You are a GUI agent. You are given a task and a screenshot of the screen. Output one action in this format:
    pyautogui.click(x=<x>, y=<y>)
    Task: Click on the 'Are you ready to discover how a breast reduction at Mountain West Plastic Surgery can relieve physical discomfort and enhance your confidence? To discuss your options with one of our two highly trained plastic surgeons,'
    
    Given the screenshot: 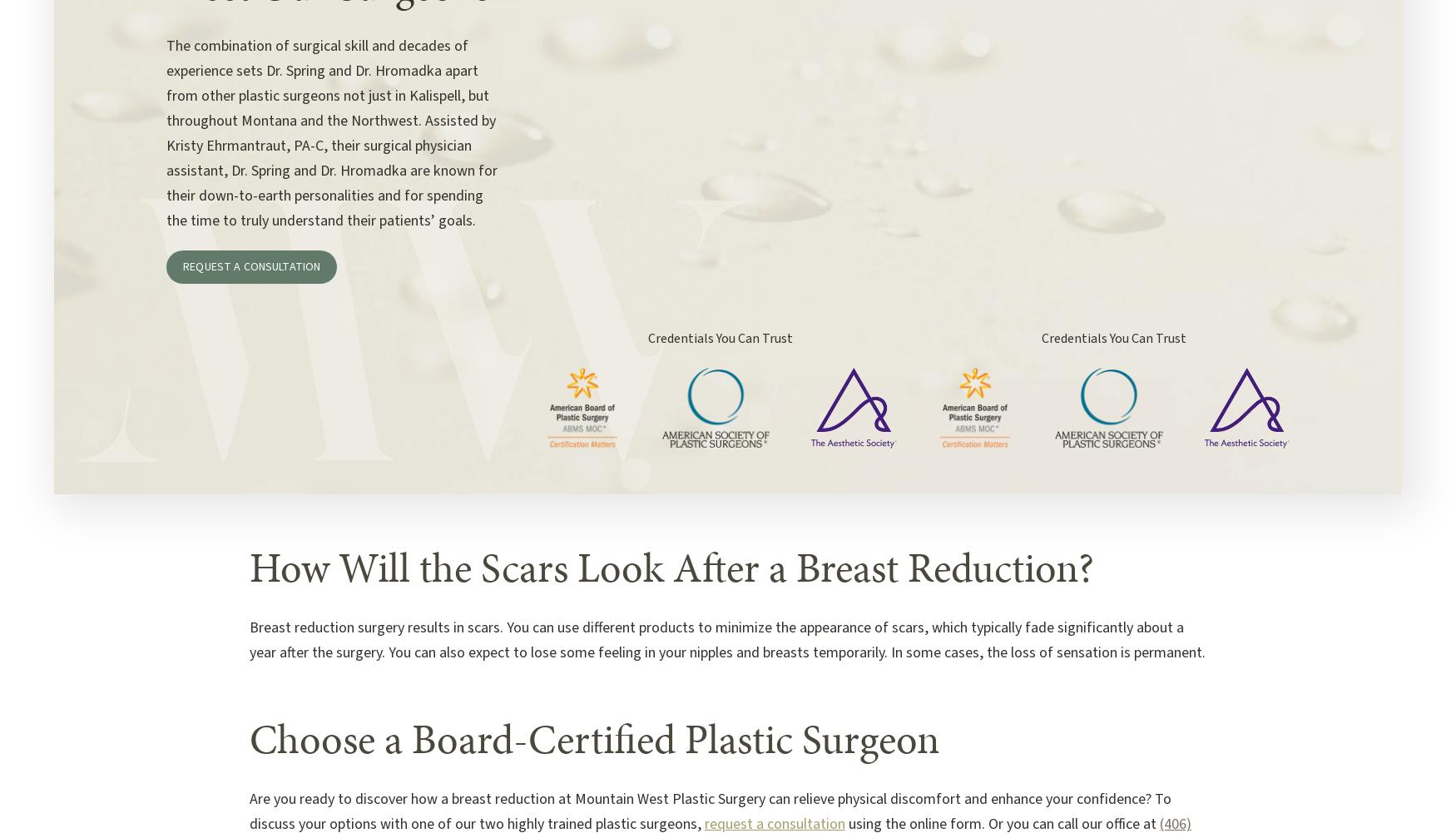 What is the action you would take?
    pyautogui.click(x=711, y=810)
    